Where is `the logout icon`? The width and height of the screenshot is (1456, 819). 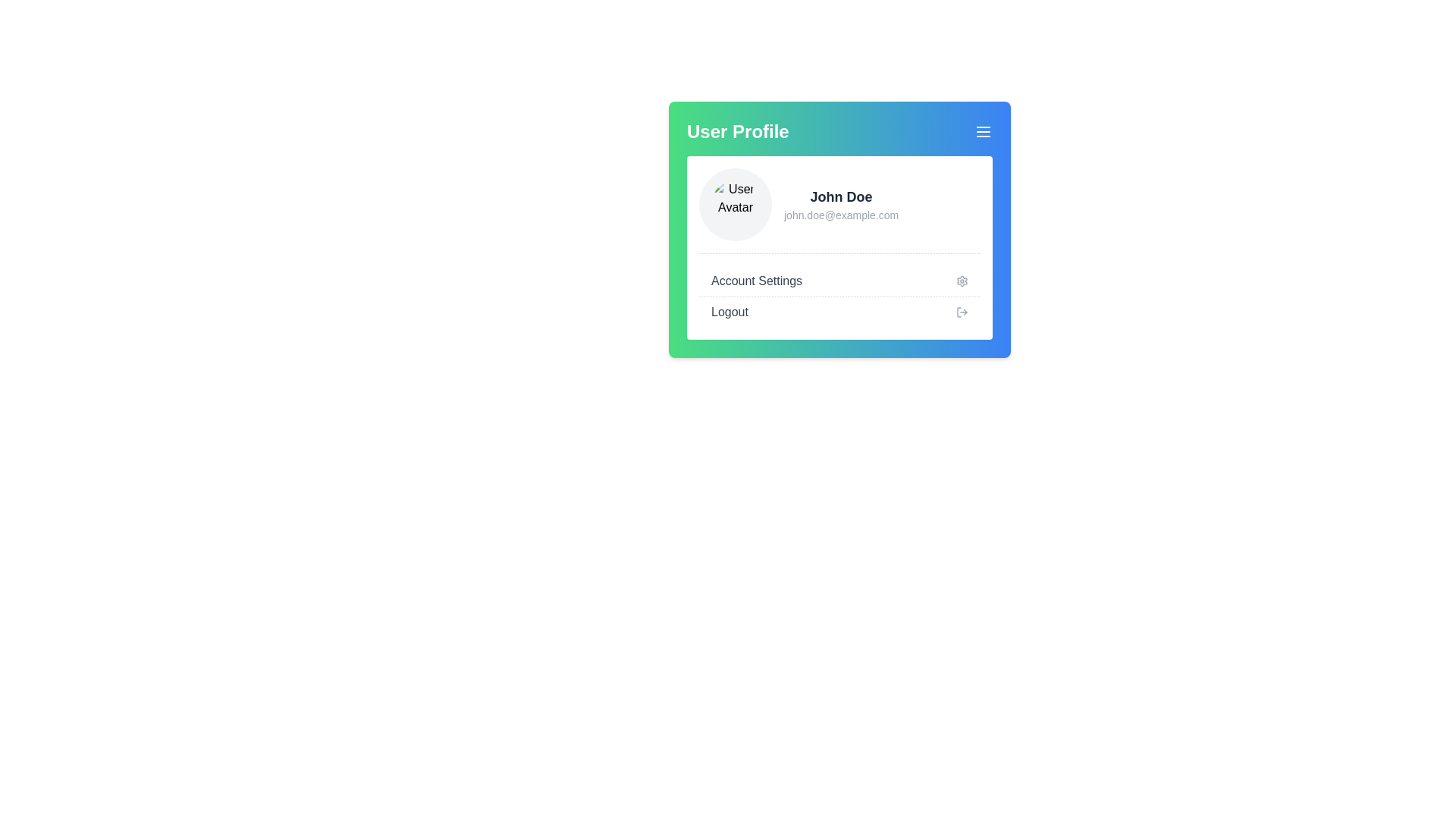
the logout icon is located at coordinates (961, 312).